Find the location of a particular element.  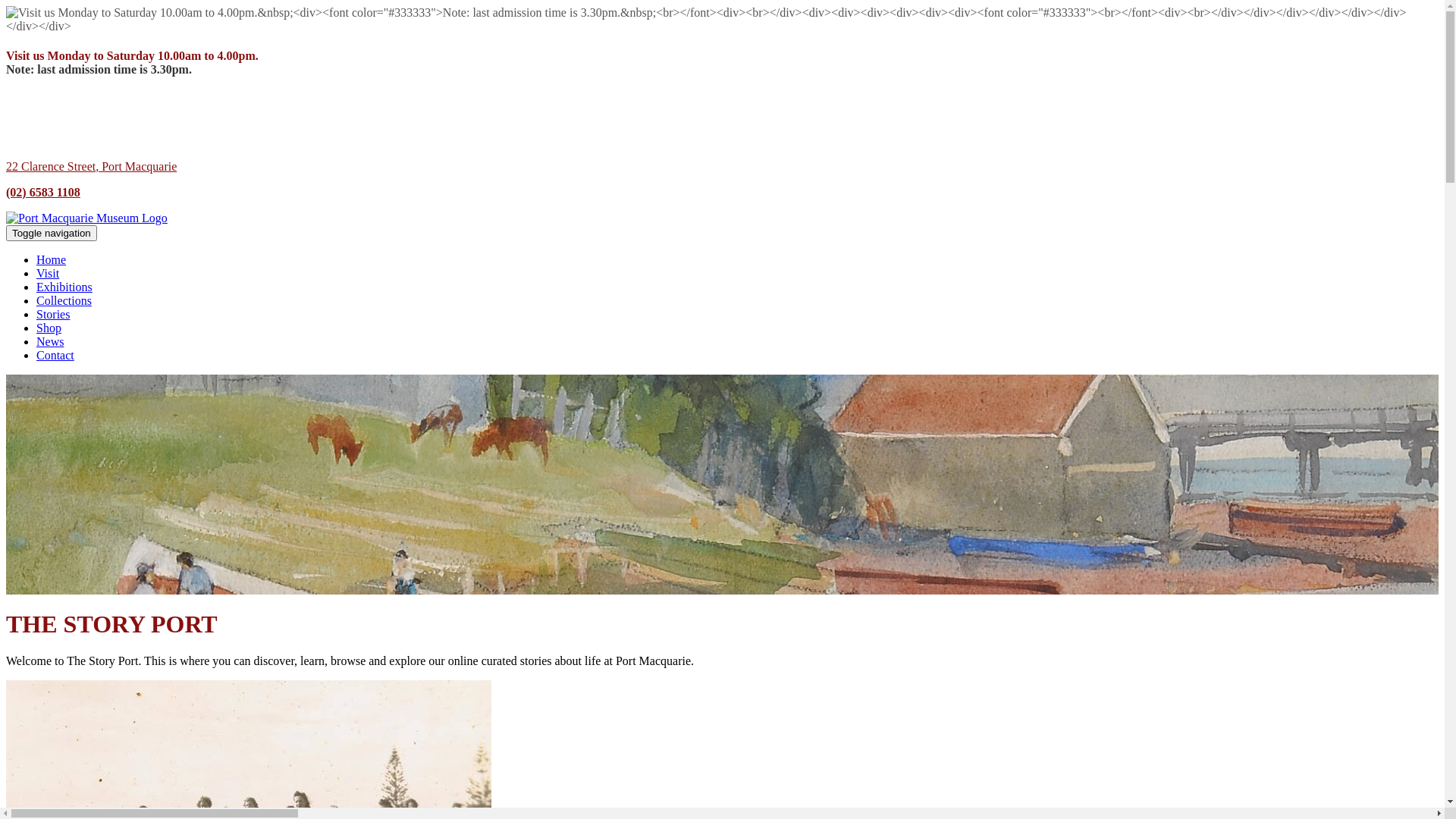

'Shop' is located at coordinates (49, 327).